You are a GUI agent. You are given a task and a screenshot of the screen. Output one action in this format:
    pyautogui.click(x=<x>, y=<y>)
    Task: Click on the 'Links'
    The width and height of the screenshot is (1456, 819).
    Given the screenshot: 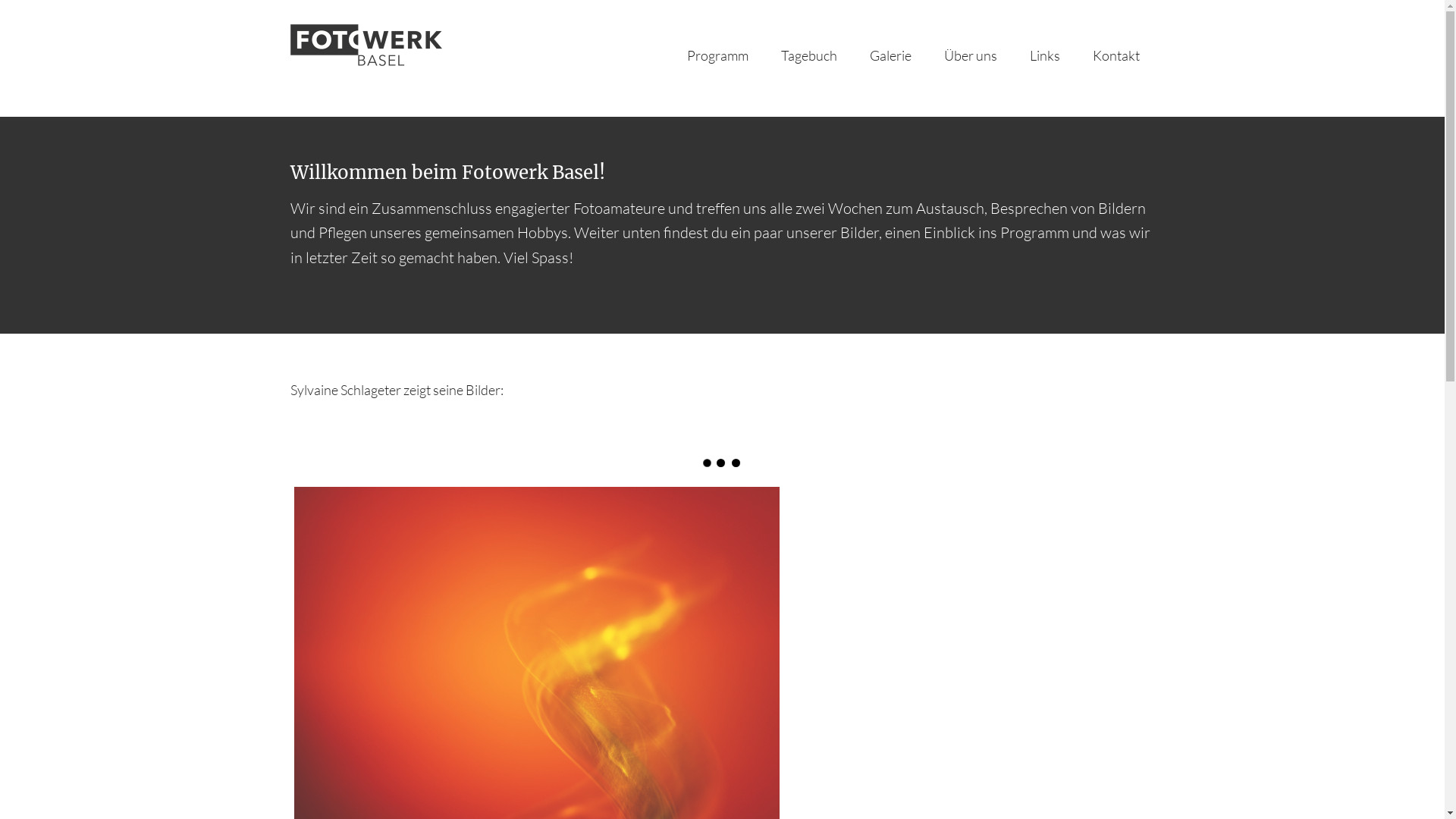 What is the action you would take?
    pyautogui.click(x=1043, y=55)
    